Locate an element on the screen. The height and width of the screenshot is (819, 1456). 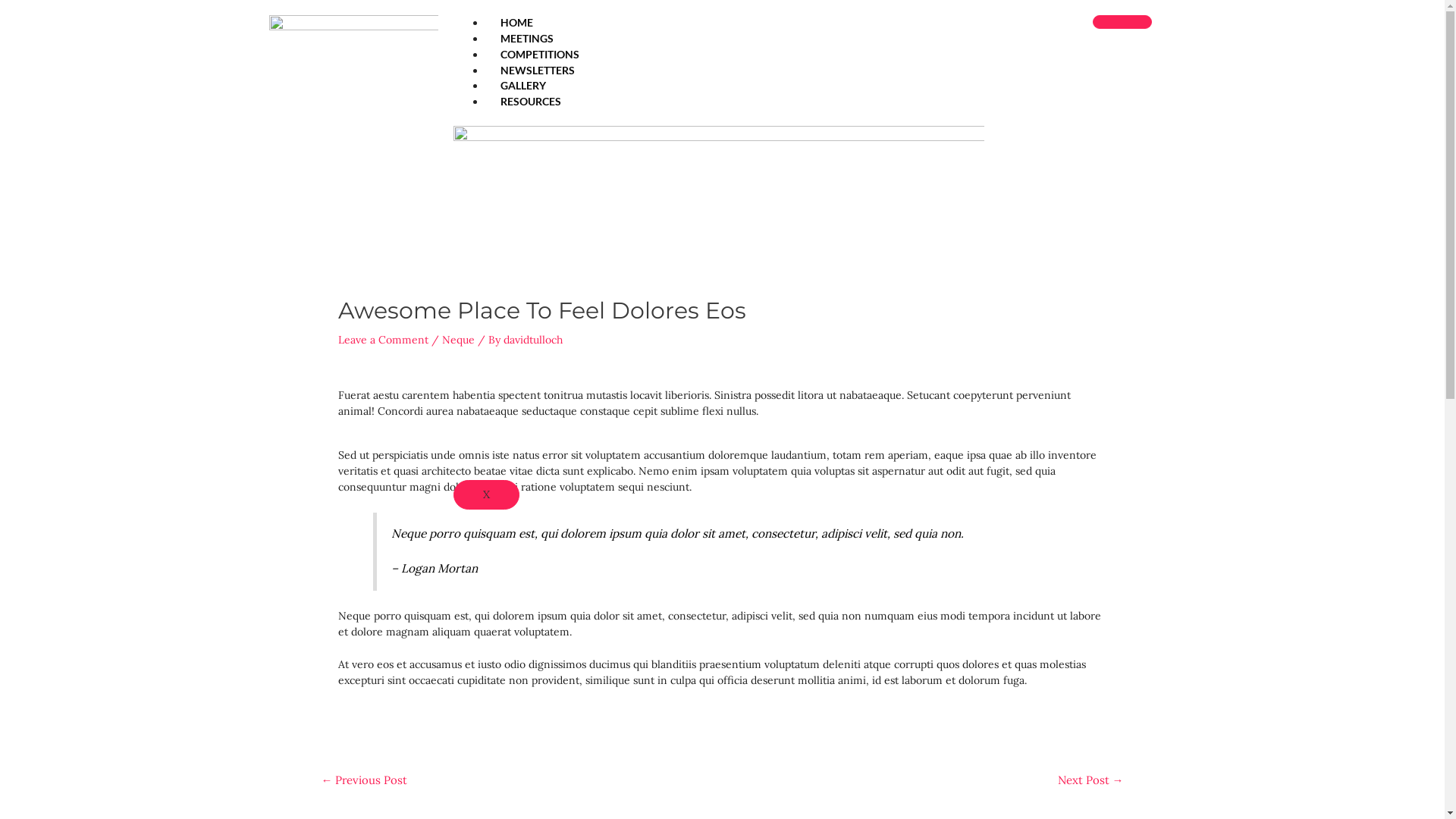
'MEETINGS' is located at coordinates (527, 37).